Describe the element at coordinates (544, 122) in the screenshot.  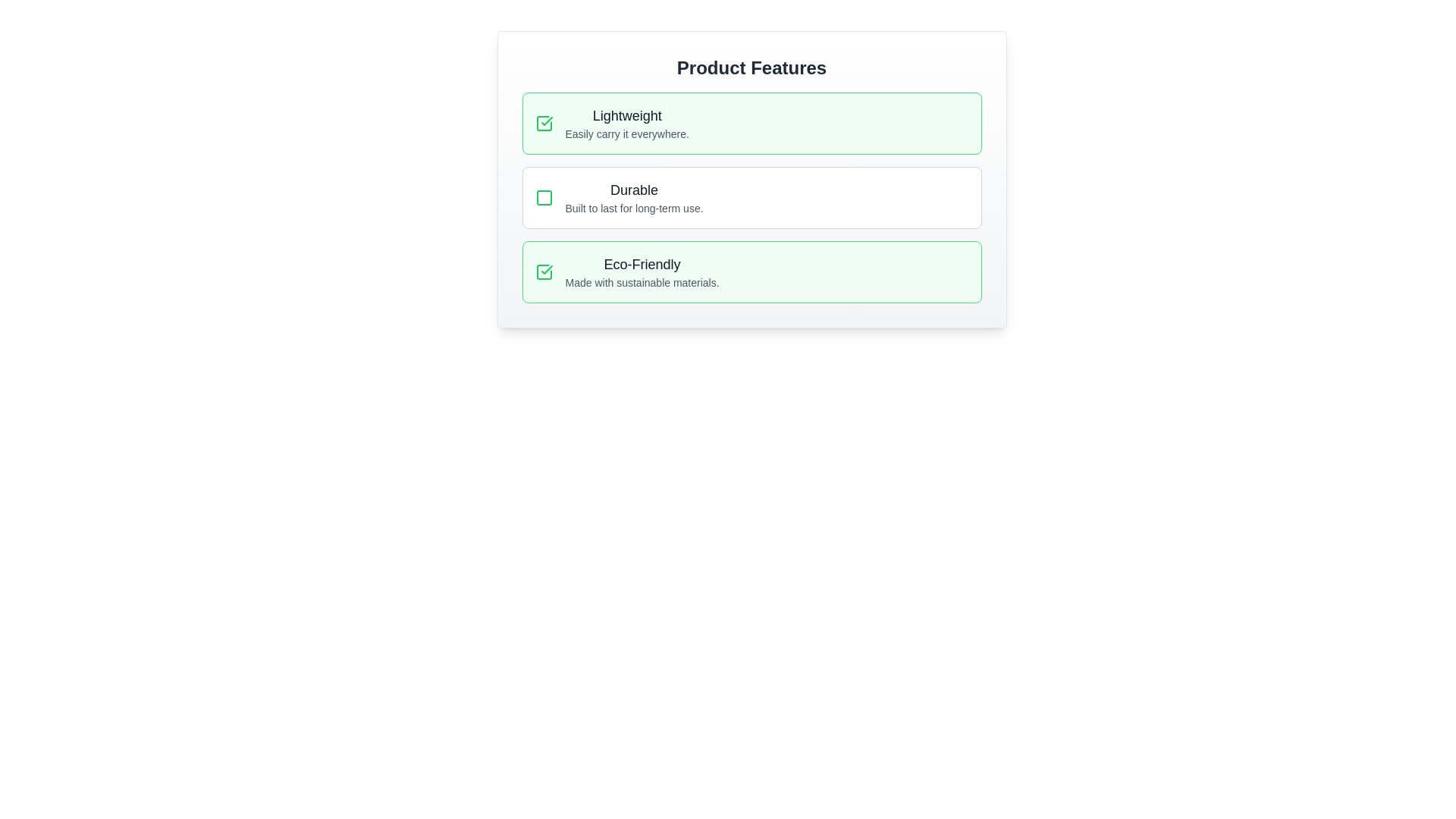
I see `the green square icon with rounded corners containing a checkmark symbol, located in the first box under the 'Product Features' heading titled 'Lightweight'` at that location.